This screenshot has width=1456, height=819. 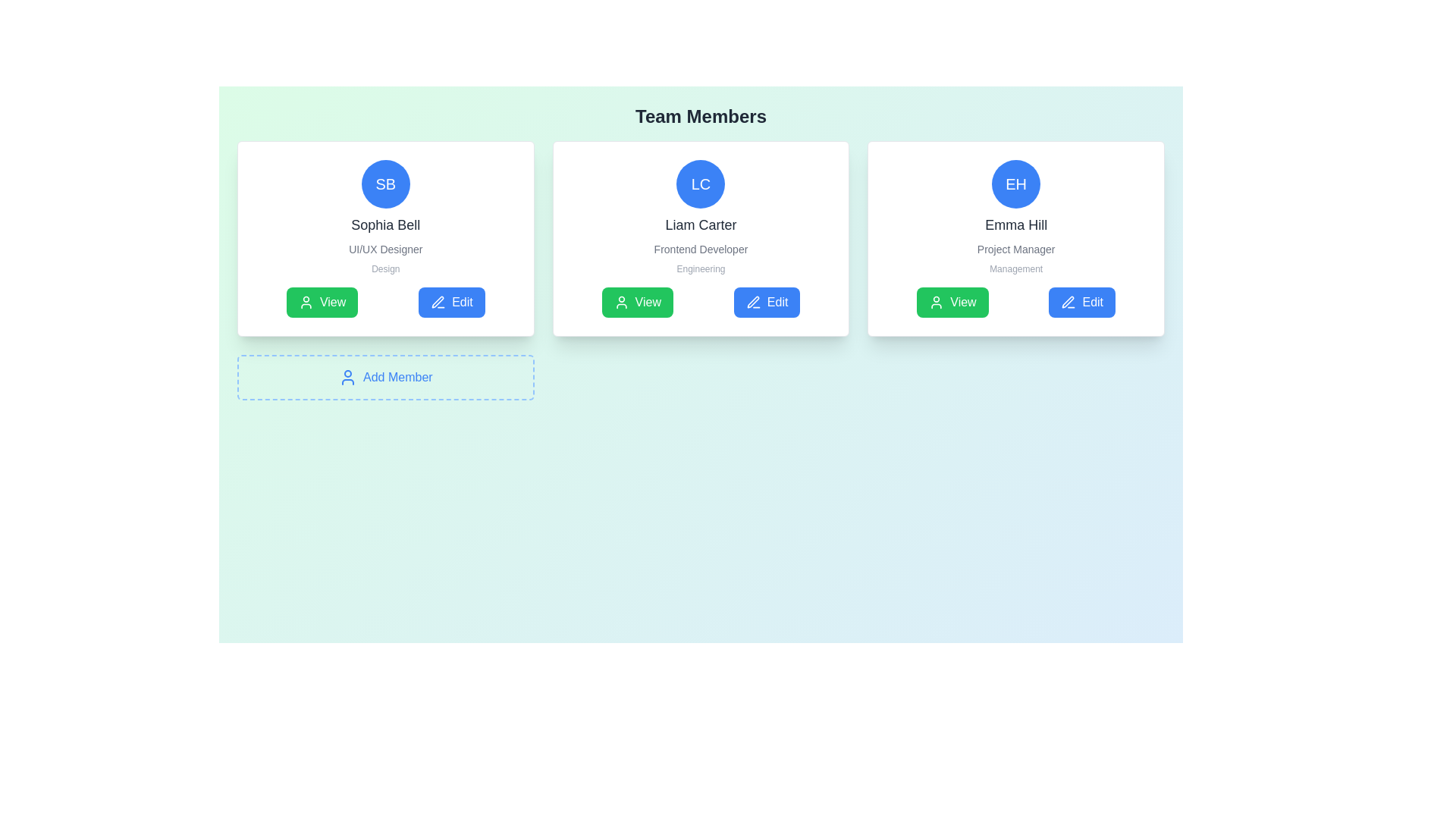 What do you see at coordinates (637, 302) in the screenshot?
I see `the 'View' button located in the lower-left corner of the middle card in a three-card layout` at bounding box center [637, 302].